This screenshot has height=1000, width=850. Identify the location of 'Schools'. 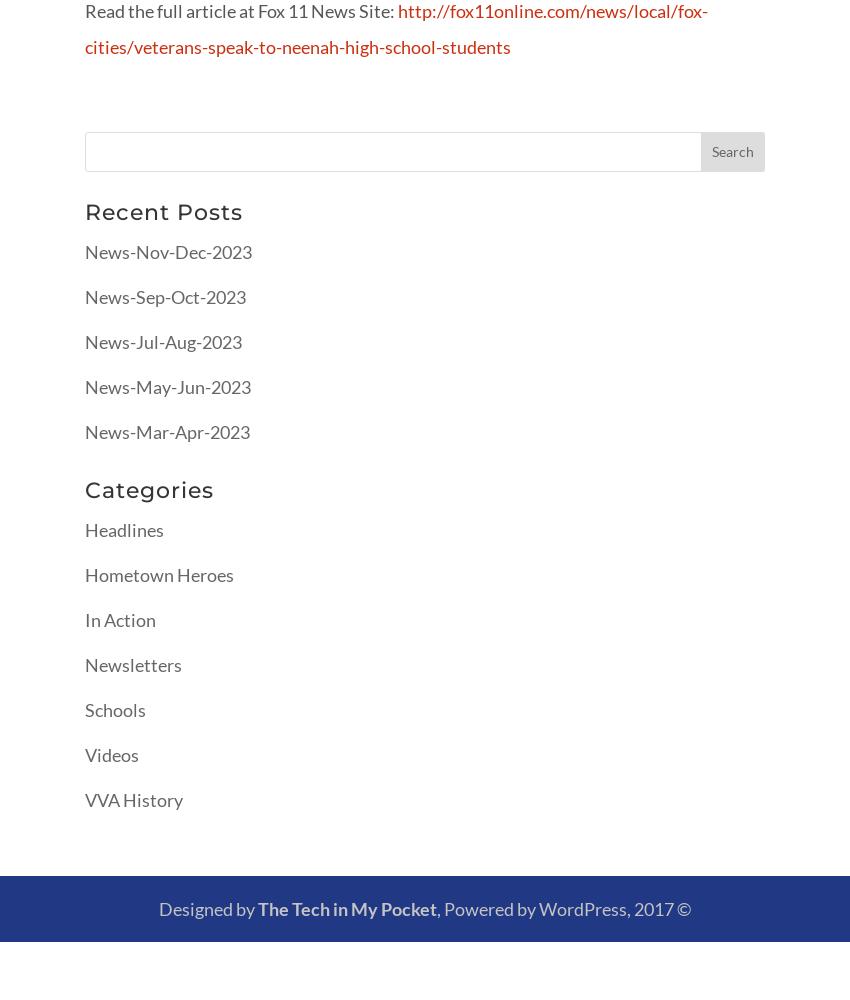
(114, 708).